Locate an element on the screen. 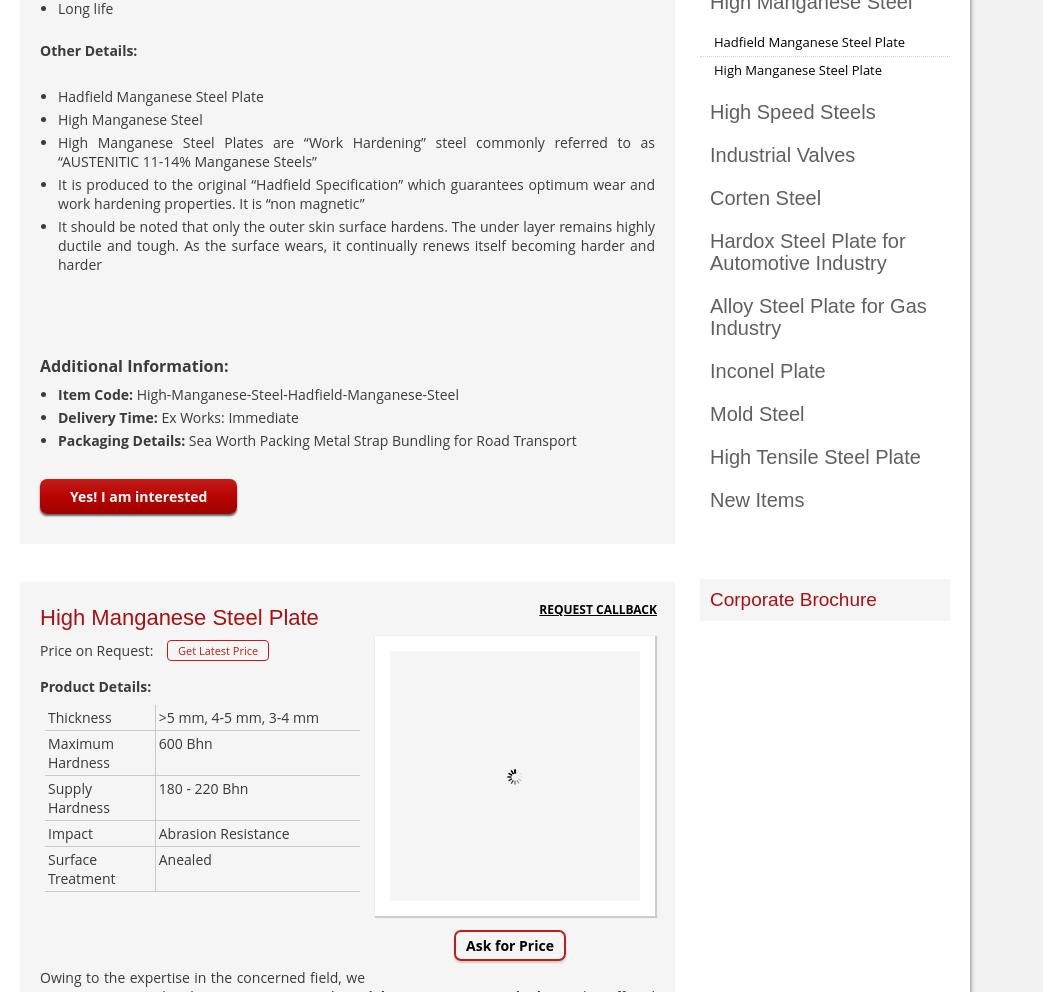 The height and width of the screenshot is (992, 1043). 'Price on Request:' is located at coordinates (96, 650).